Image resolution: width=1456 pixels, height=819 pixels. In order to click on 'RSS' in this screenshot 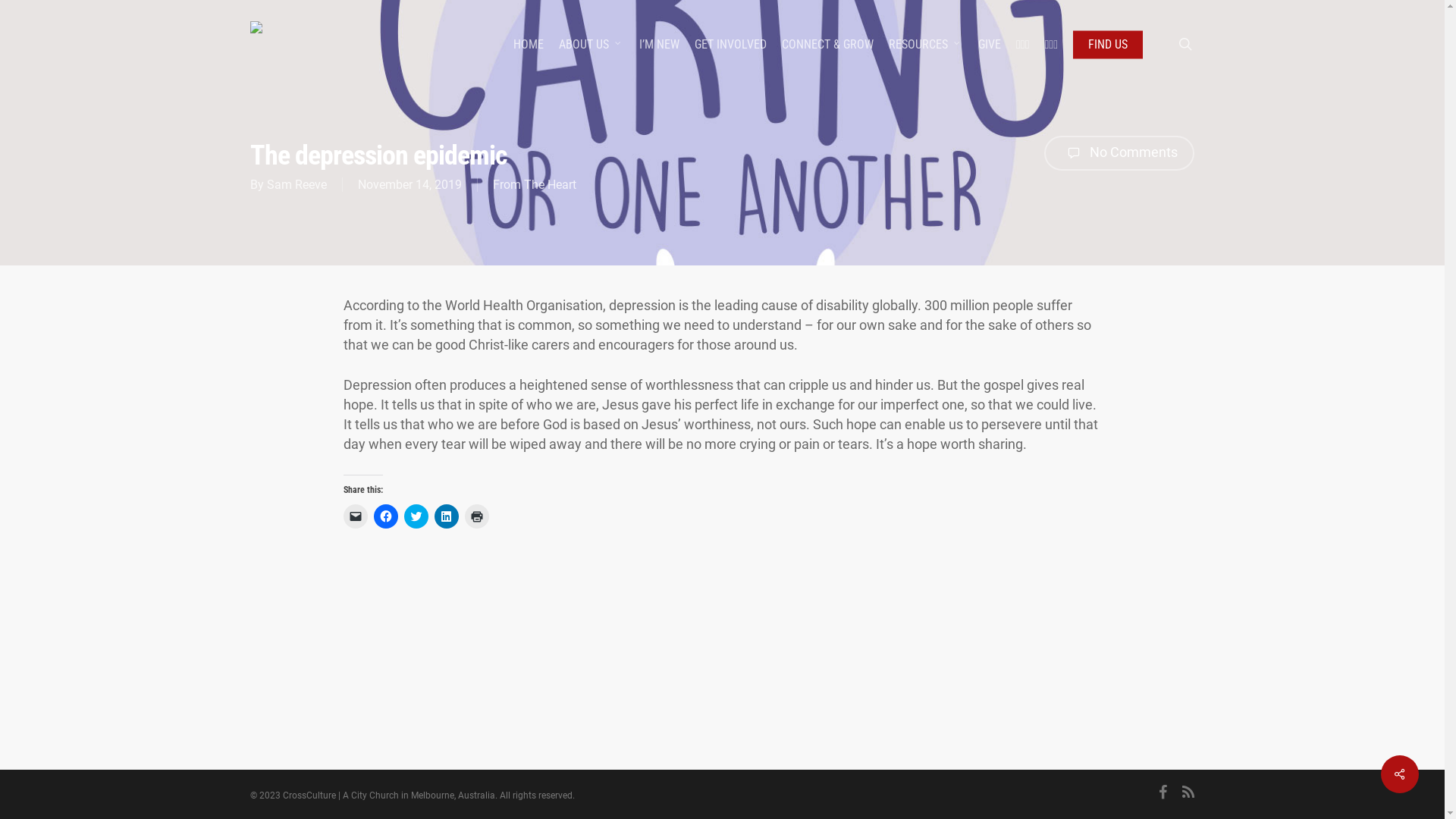, I will do `click(1187, 792)`.